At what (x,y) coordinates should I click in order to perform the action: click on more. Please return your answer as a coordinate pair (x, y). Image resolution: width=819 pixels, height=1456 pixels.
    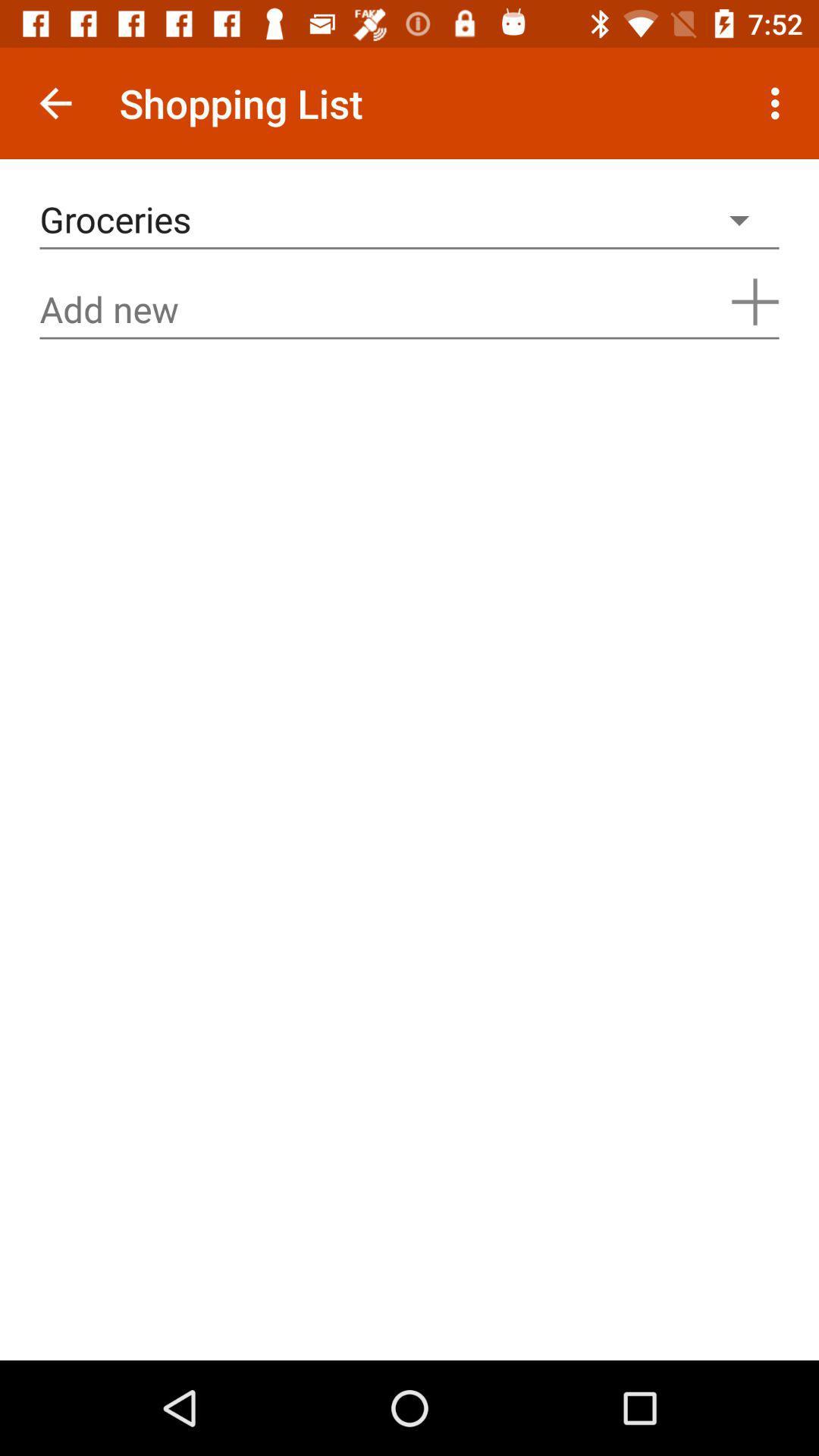
    Looking at the image, I should click on (755, 302).